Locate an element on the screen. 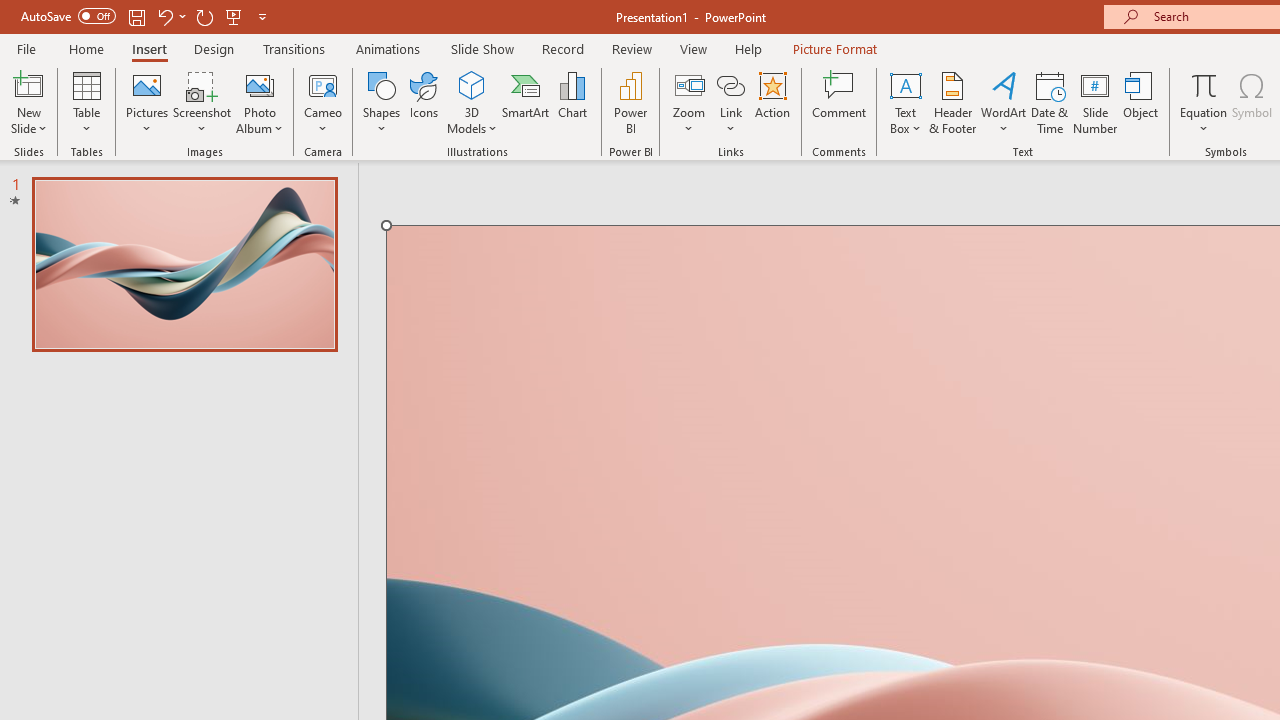 The width and height of the screenshot is (1280, 720). 'Equation' is located at coordinates (1202, 84).